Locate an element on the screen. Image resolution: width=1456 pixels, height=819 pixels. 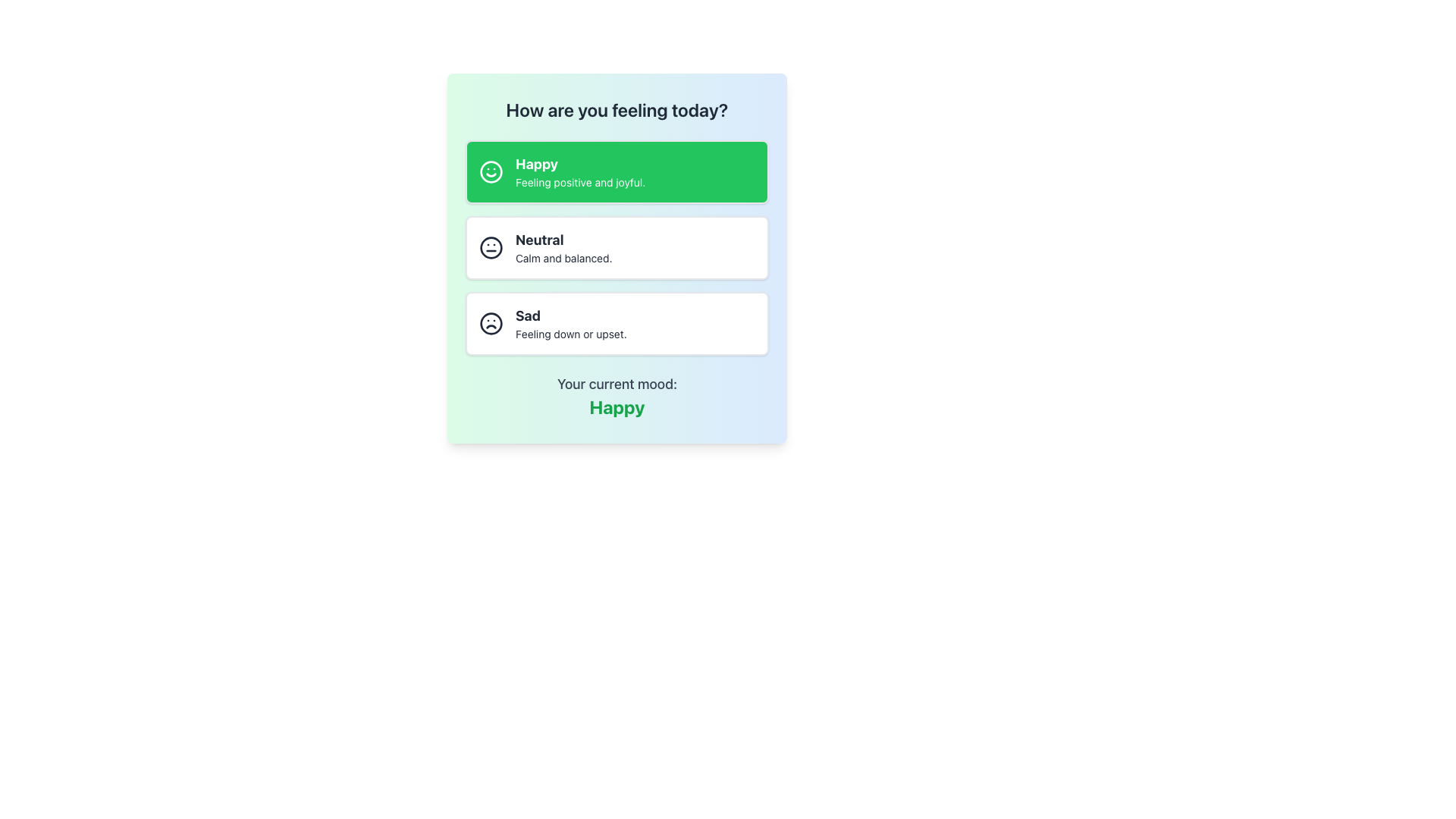
the 'Sad' button, which is the third option in the mood choices list is located at coordinates (617, 323).